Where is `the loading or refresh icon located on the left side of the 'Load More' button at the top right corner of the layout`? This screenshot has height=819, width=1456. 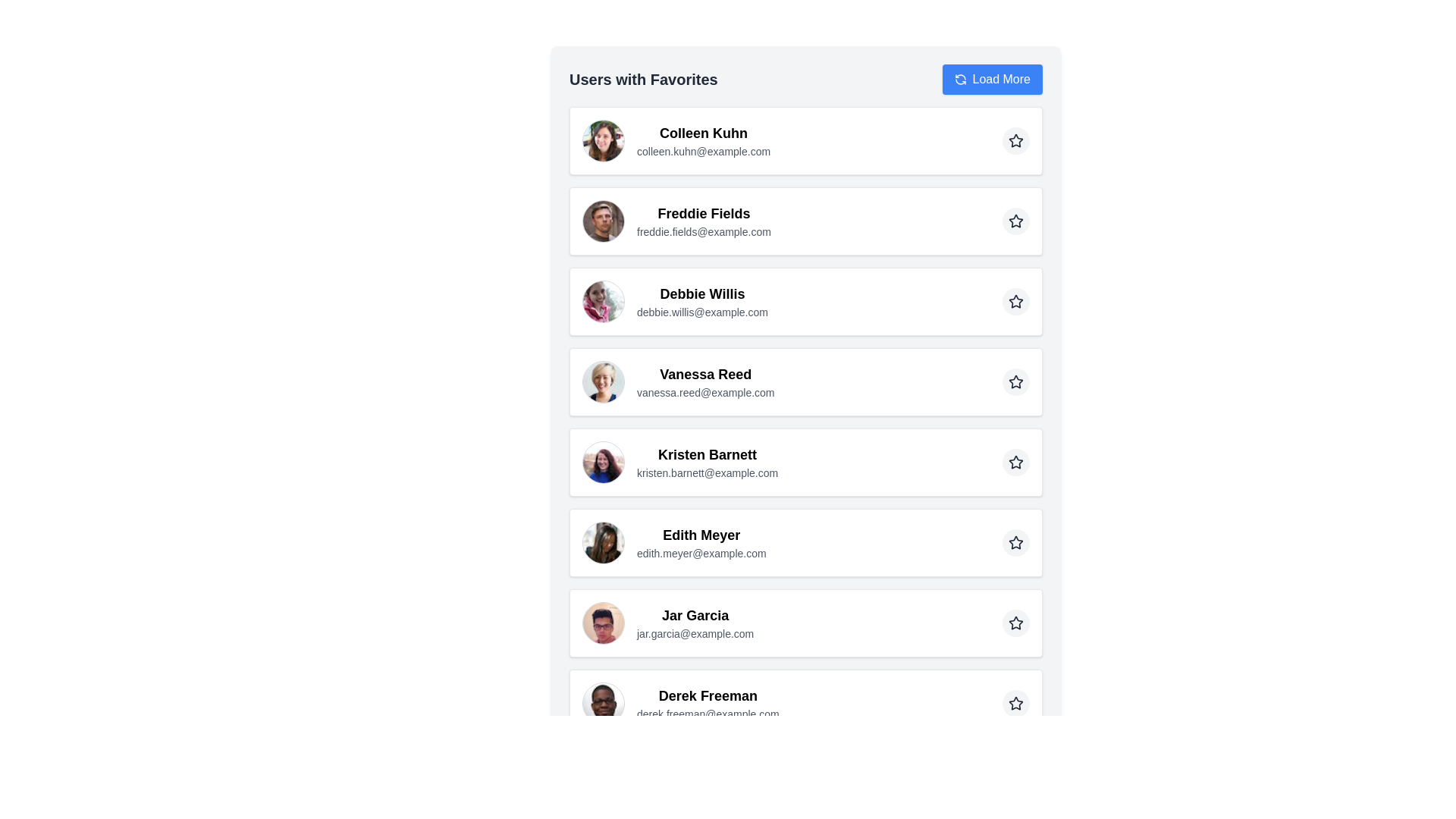 the loading or refresh icon located on the left side of the 'Load More' button at the top right corner of the layout is located at coordinates (959, 79).